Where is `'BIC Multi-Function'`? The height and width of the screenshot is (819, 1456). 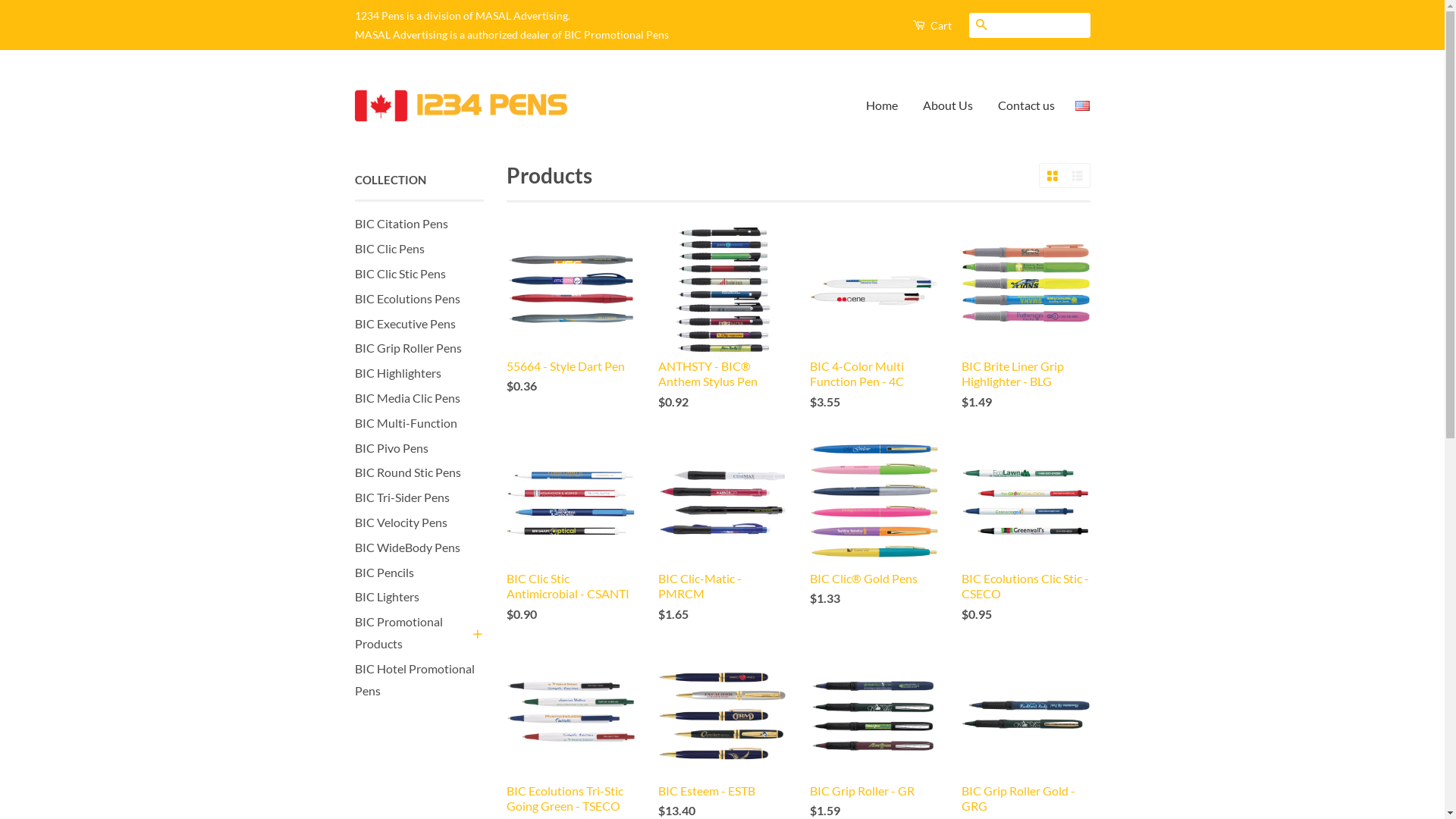 'BIC Multi-Function' is located at coordinates (353, 422).